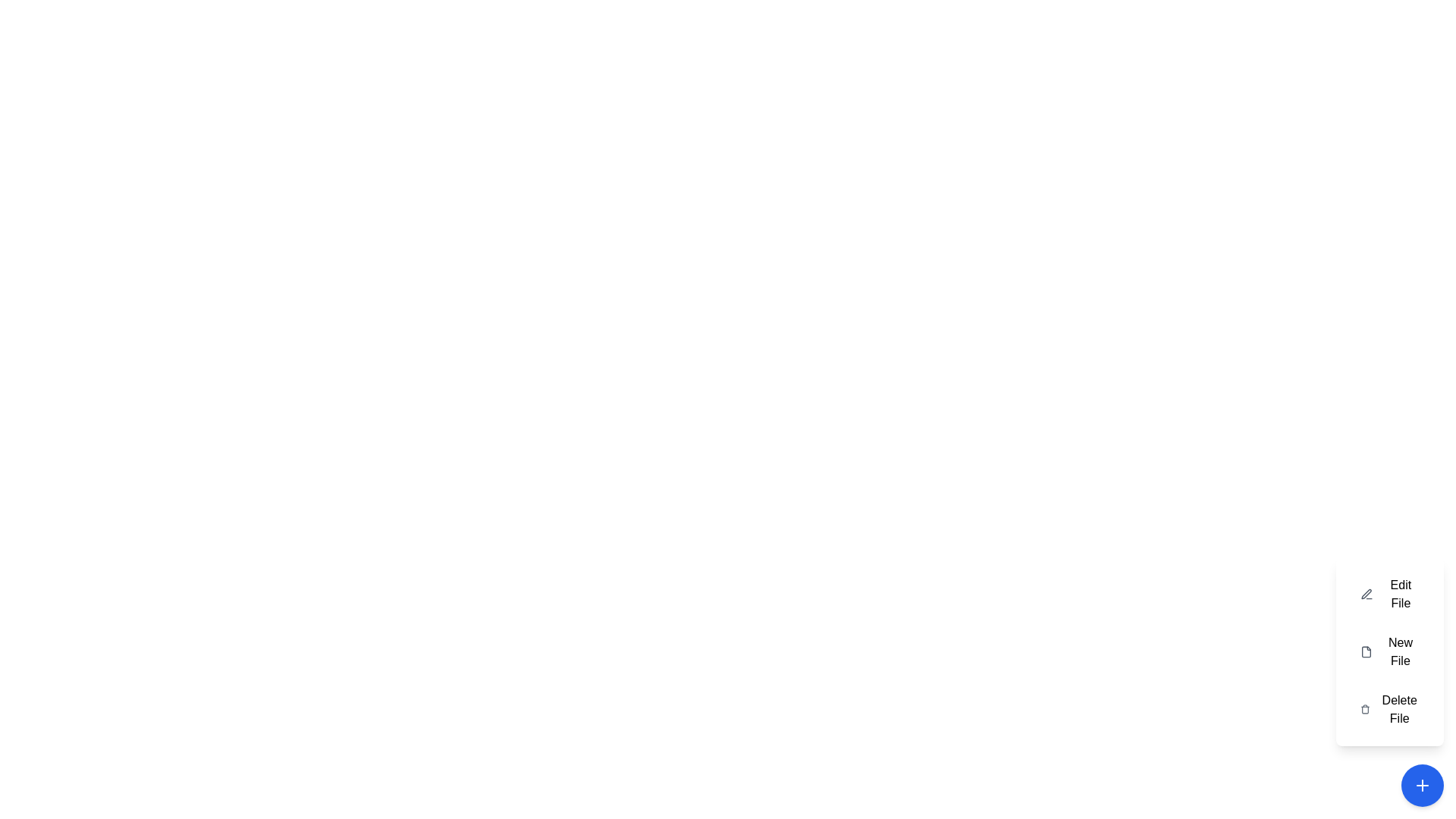  I want to click on the delete button located at the bottom-right corner of the interface, which is the third item in a vertical list of options, so click(1389, 710).